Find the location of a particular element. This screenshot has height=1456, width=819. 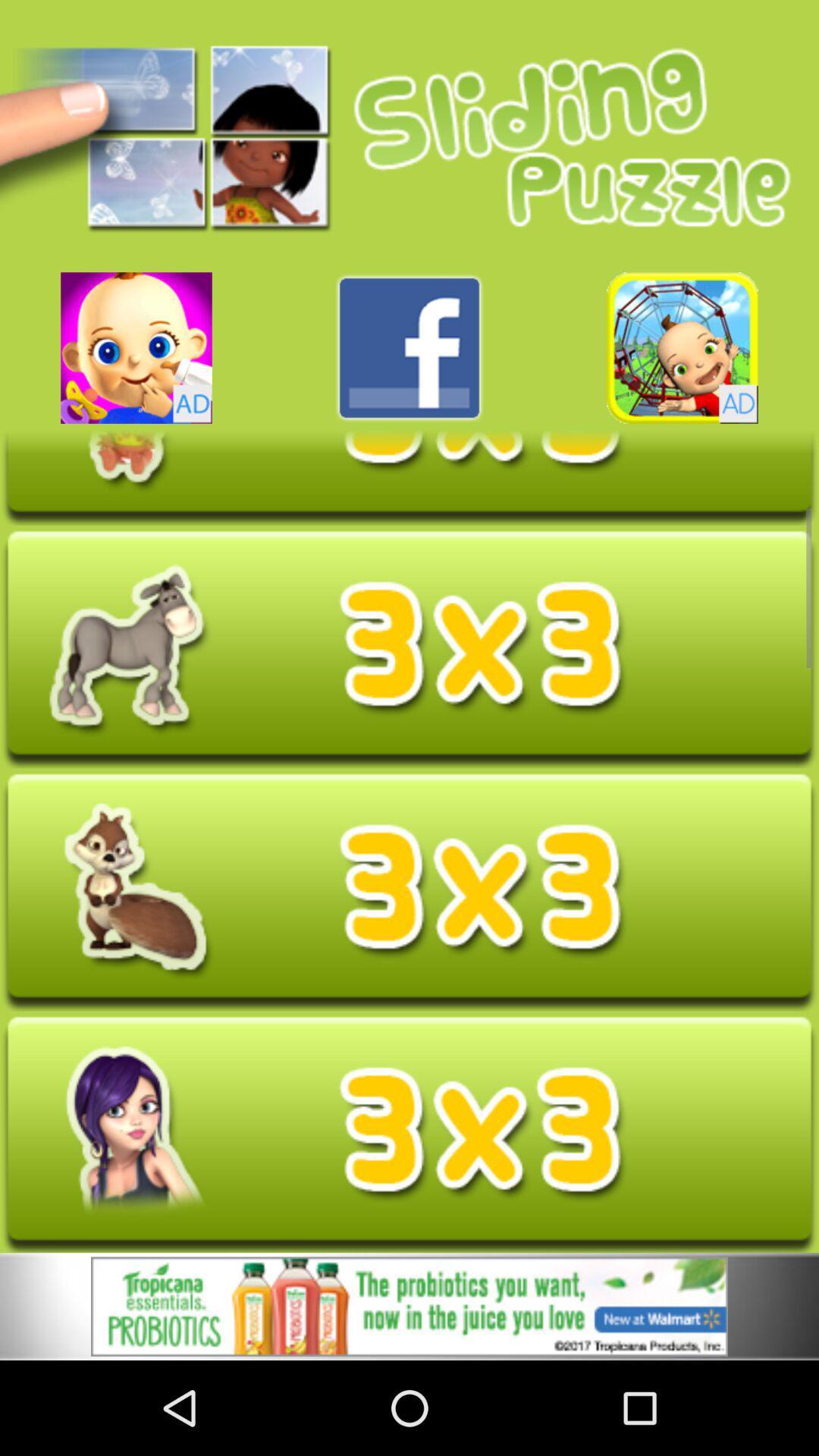

click icon is located at coordinates (409, 648).